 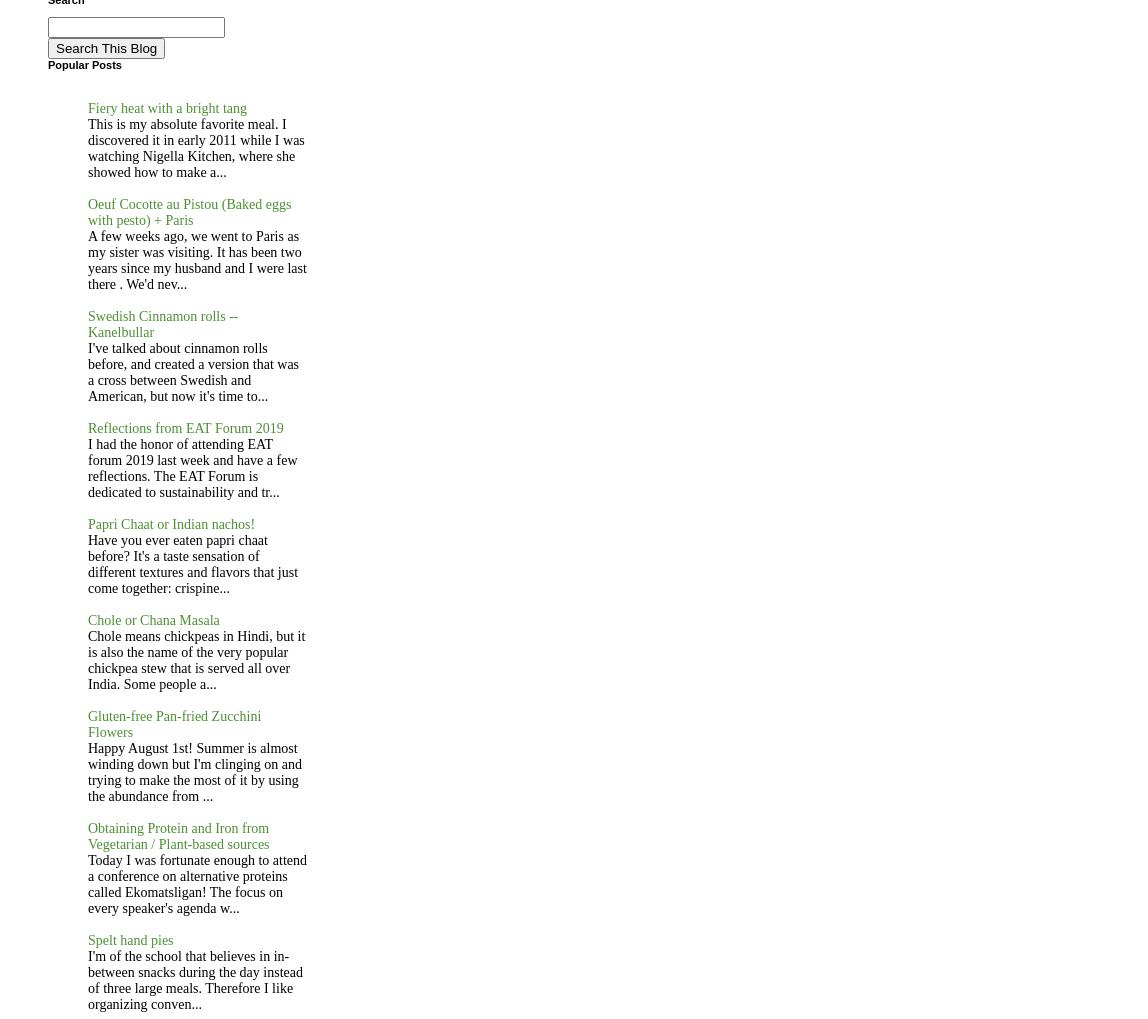 I want to click on 'I had the honor of attending EAT forum 2019 last week and have a few reflections.   The EAT Forum is dedicated to sustainability and tr...', so click(x=192, y=466).